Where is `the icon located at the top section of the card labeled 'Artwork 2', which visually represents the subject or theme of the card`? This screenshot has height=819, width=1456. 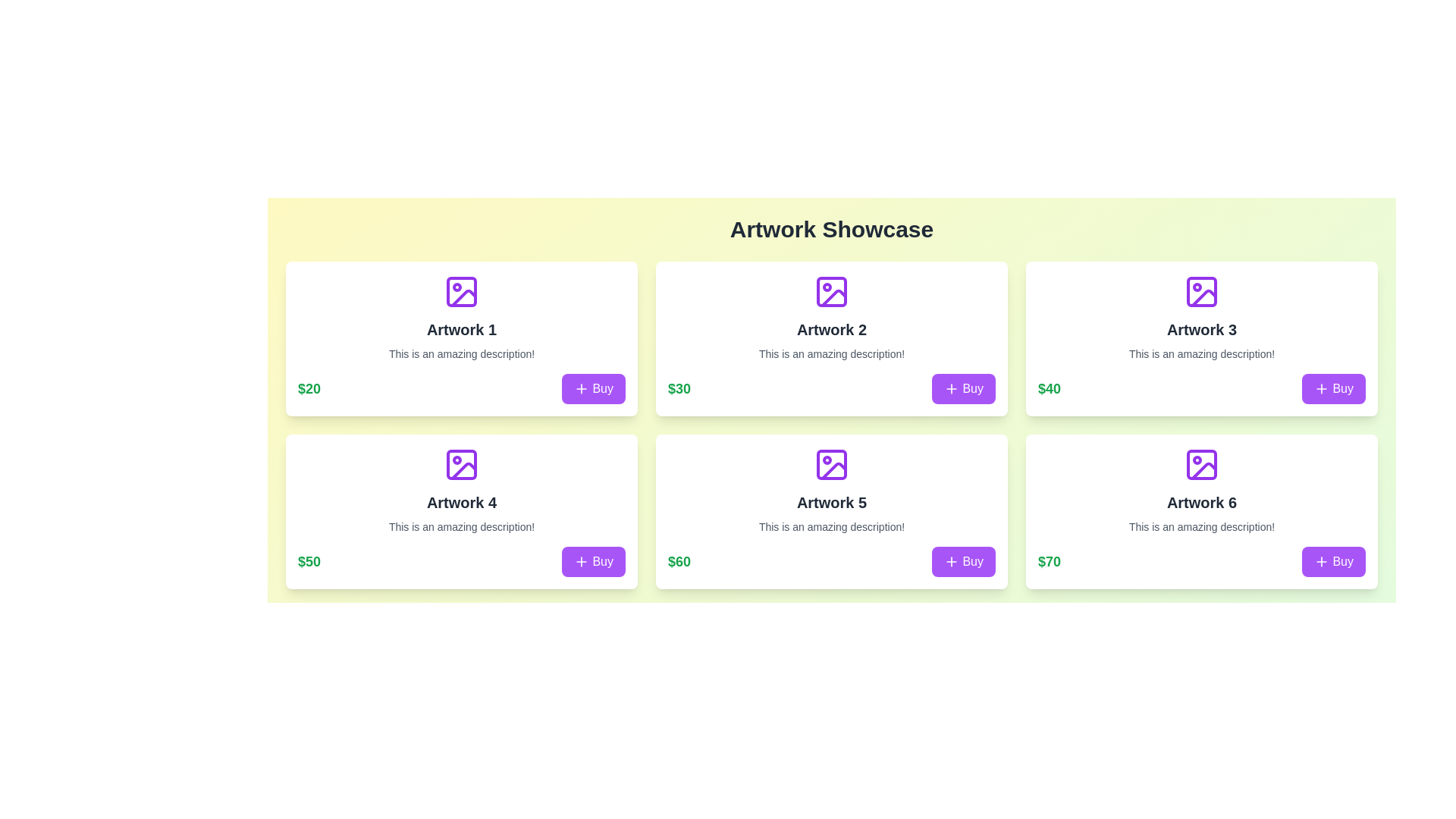 the icon located at the top section of the card labeled 'Artwork 2', which visually represents the subject or theme of the card is located at coordinates (831, 292).